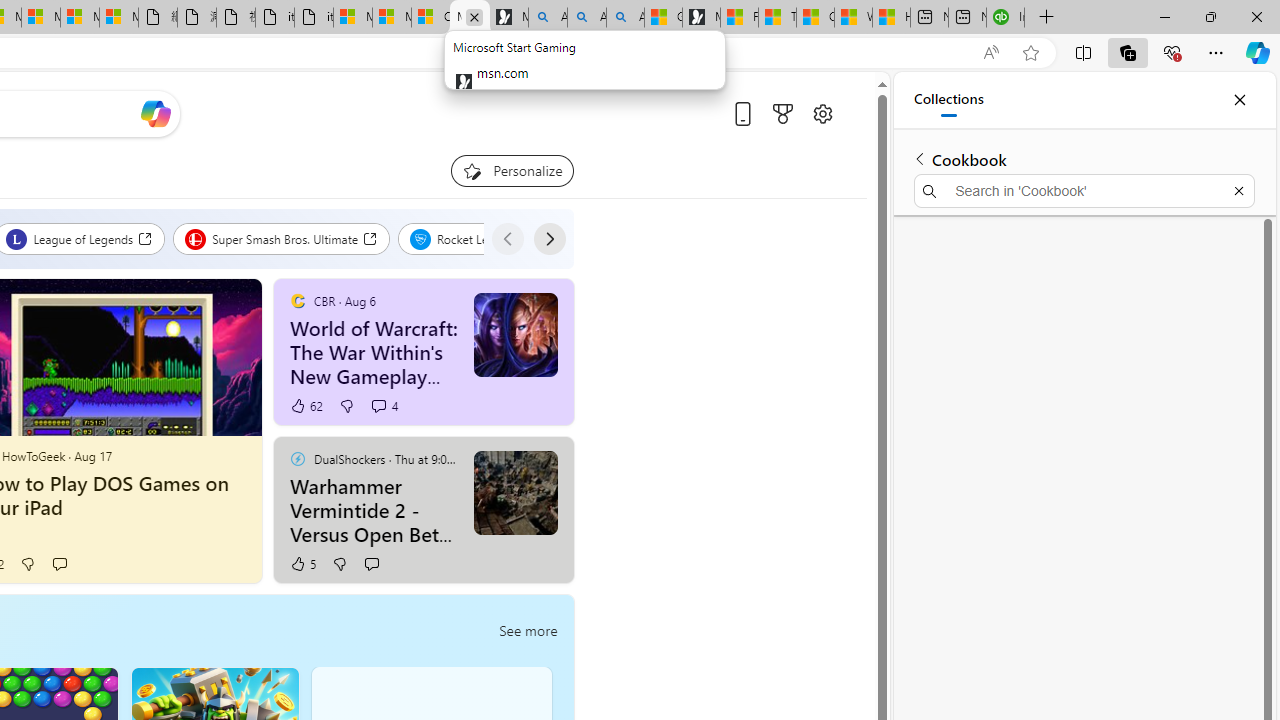  I want to click on '5 Like', so click(301, 564).